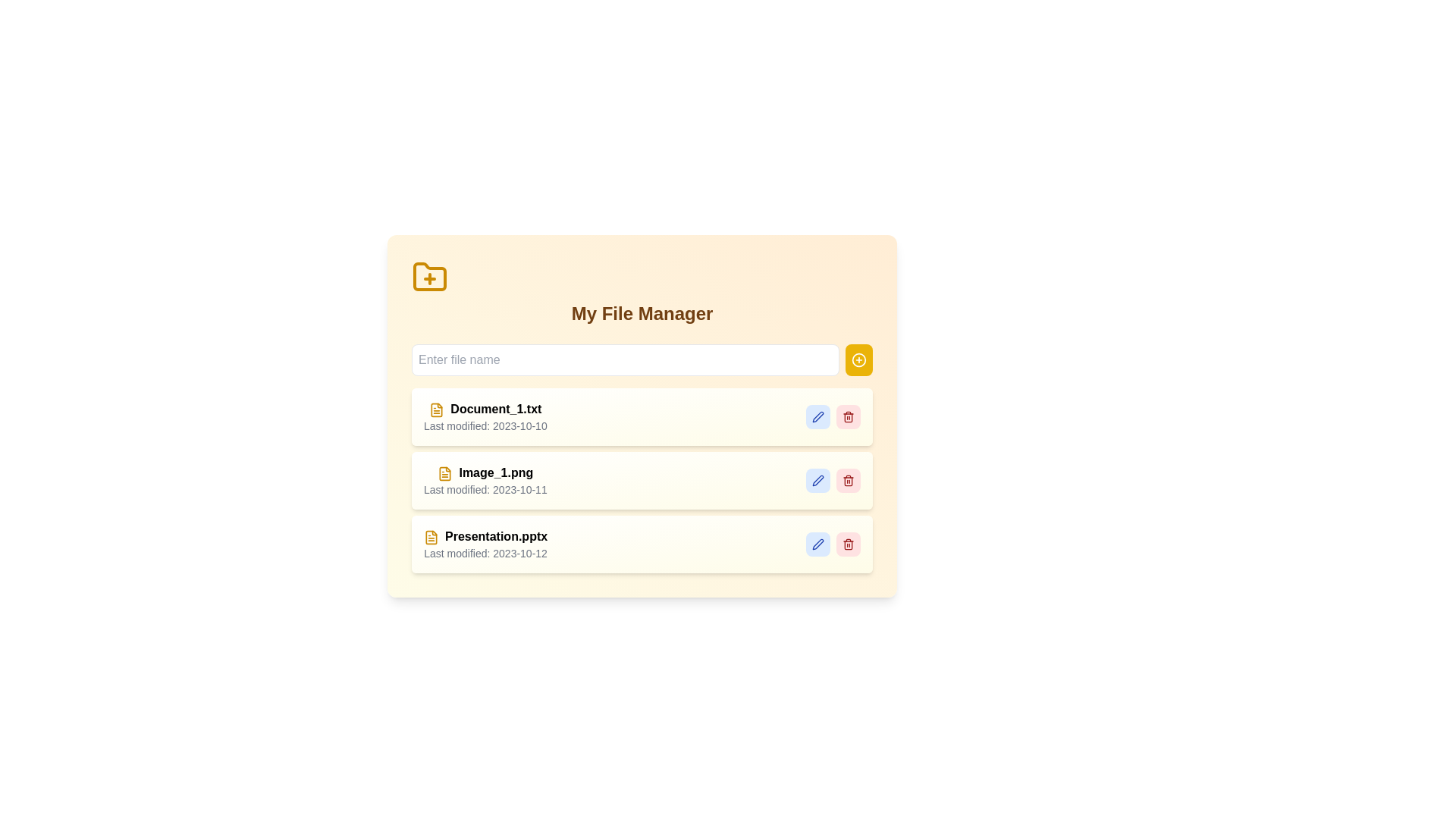 Image resolution: width=1456 pixels, height=819 pixels. What do you see at coordinates (485, 553) in the screenshot?
I see `the text label displaying the last modified date of the file 'Presentation.pptx', which is located directly below the file name in the file list` at bounding box center [485, 553].